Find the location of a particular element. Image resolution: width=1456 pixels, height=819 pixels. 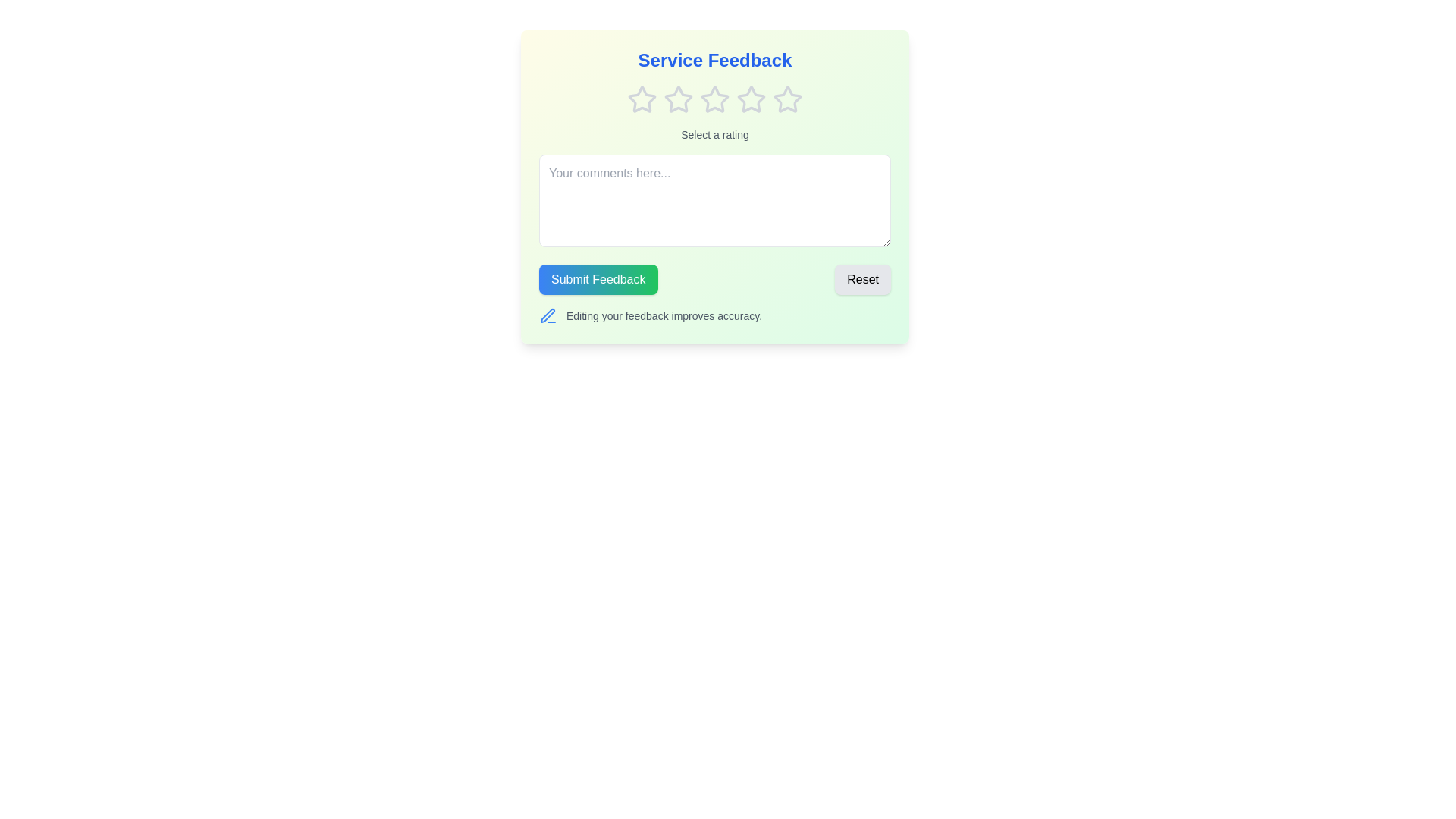

the 'Submit Feedback' button, which is a rectangular button with a gradient background from blue to green, featuring bold white text and rounded corners, located in the bottom-left section of the card interface is located at coordinates (598, 280).